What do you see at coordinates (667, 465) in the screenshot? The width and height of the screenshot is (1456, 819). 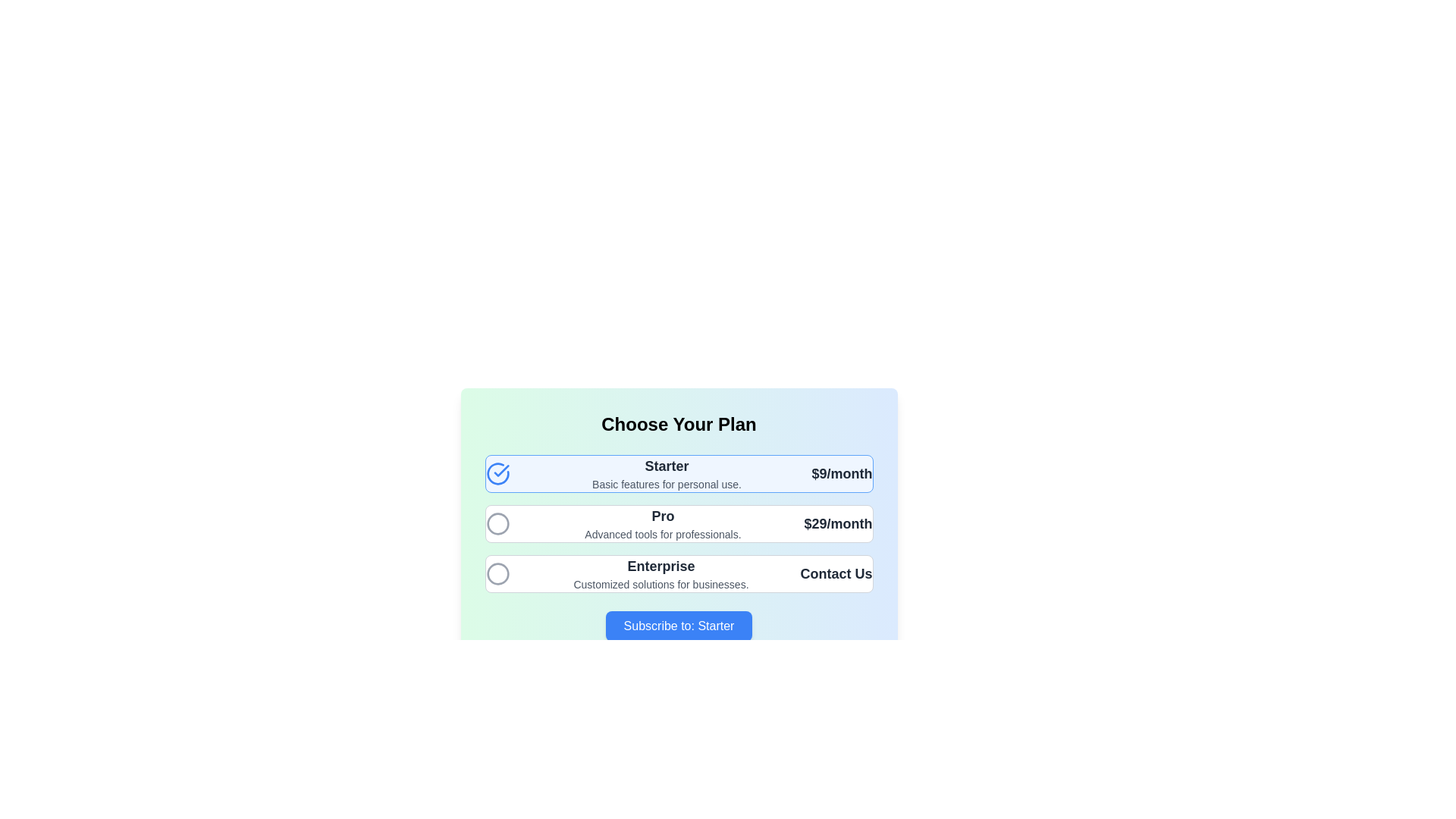 I see `the text label that serves as the title of the 'Starter' subscription plan` at bounding box center [667, 465].